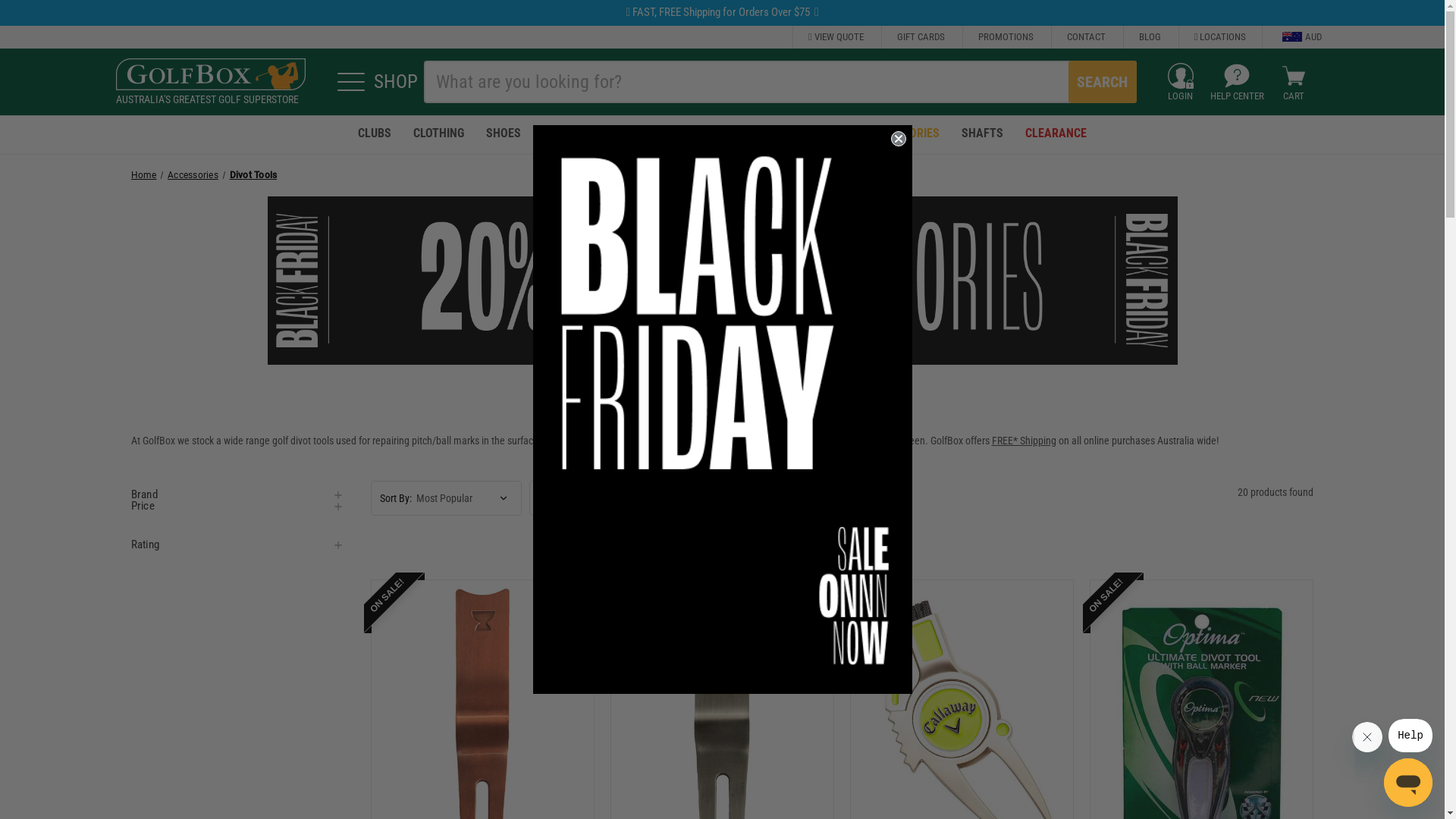  What do you see at coordinates (1292, 82) in the screenshot?
I see `'CART'` at bounding box center [1292, 82].